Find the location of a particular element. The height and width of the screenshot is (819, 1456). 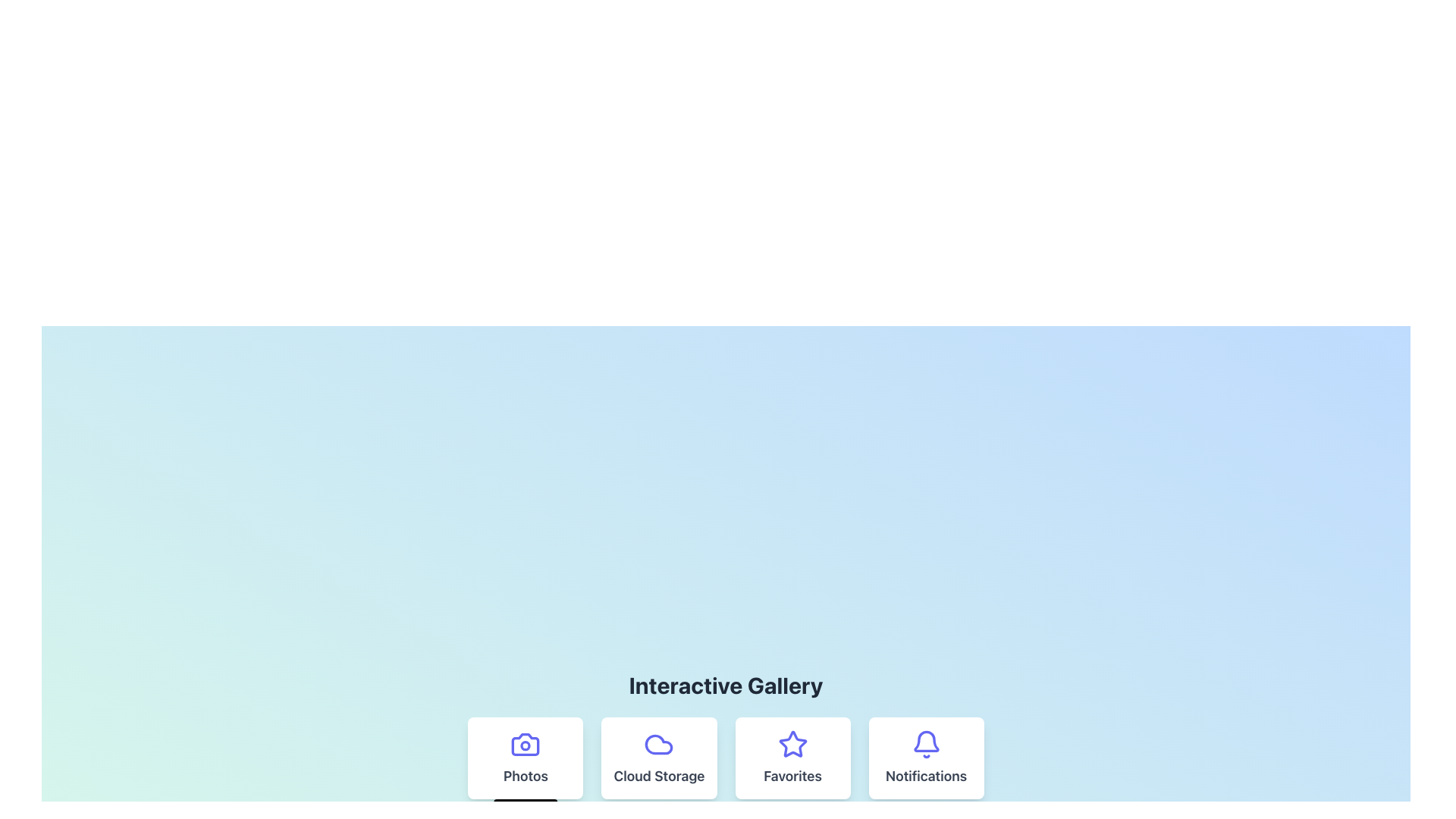

the first card component located at the bottom-left corner of the interface is located at coordinates (525, 758).